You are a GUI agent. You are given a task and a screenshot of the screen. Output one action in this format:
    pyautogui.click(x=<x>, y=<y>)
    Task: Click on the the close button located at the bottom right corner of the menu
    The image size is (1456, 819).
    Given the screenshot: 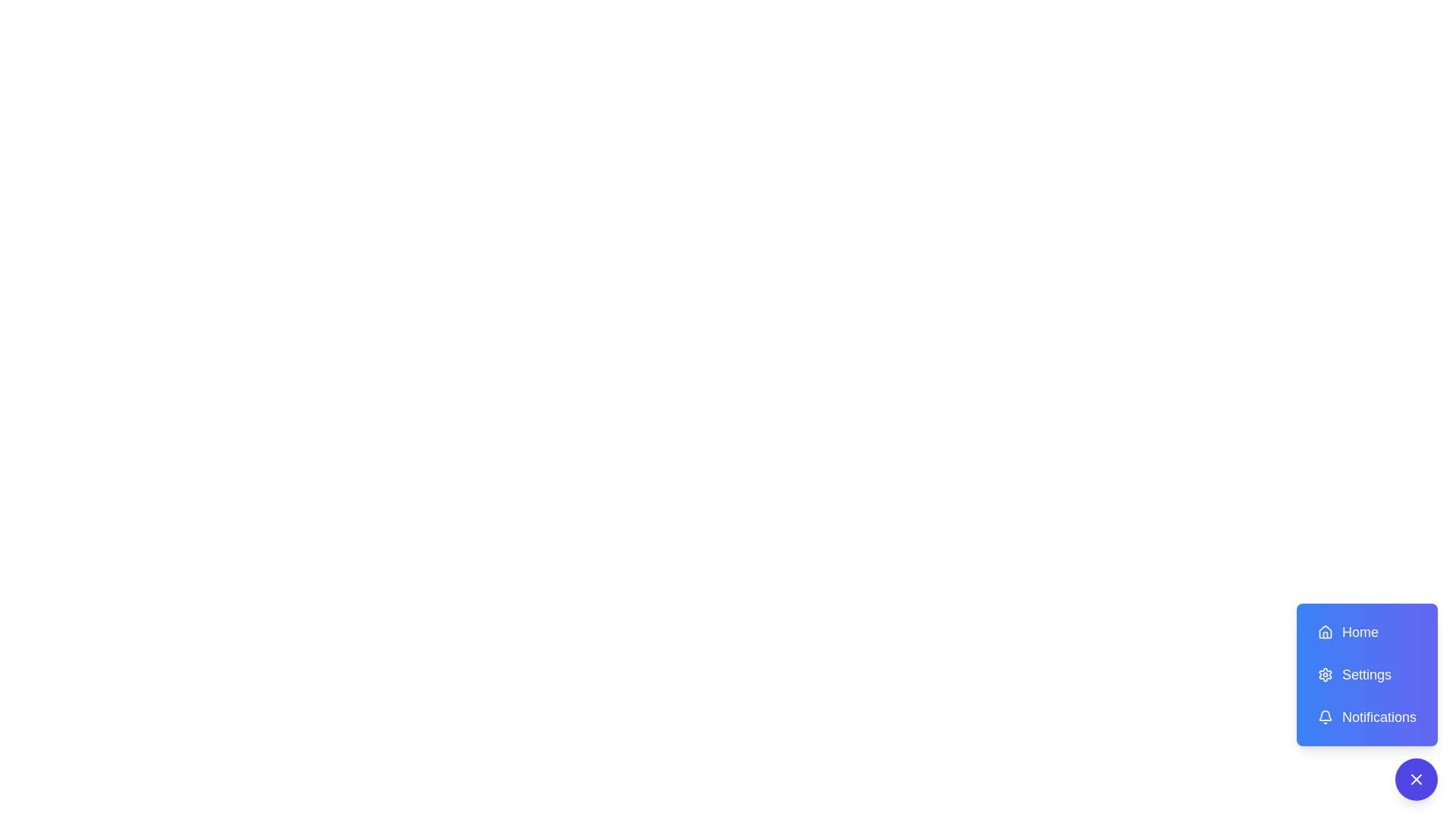 What is the action you would take?
    pyautogui.click(x=1415, y=780)
    